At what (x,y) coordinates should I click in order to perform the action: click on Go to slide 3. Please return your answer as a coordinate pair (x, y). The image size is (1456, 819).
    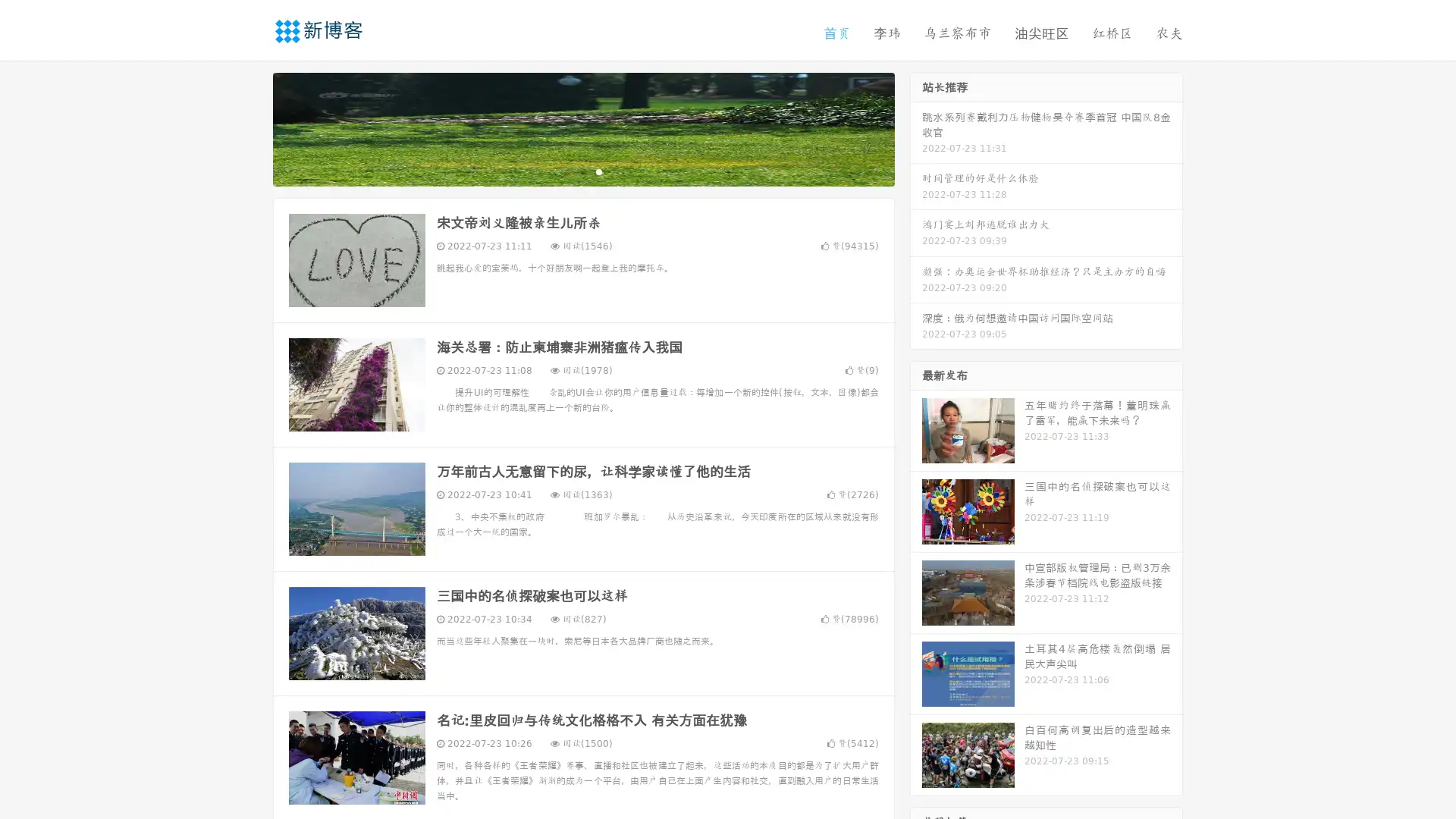
    Looking at the image, I should click on (598, 171).